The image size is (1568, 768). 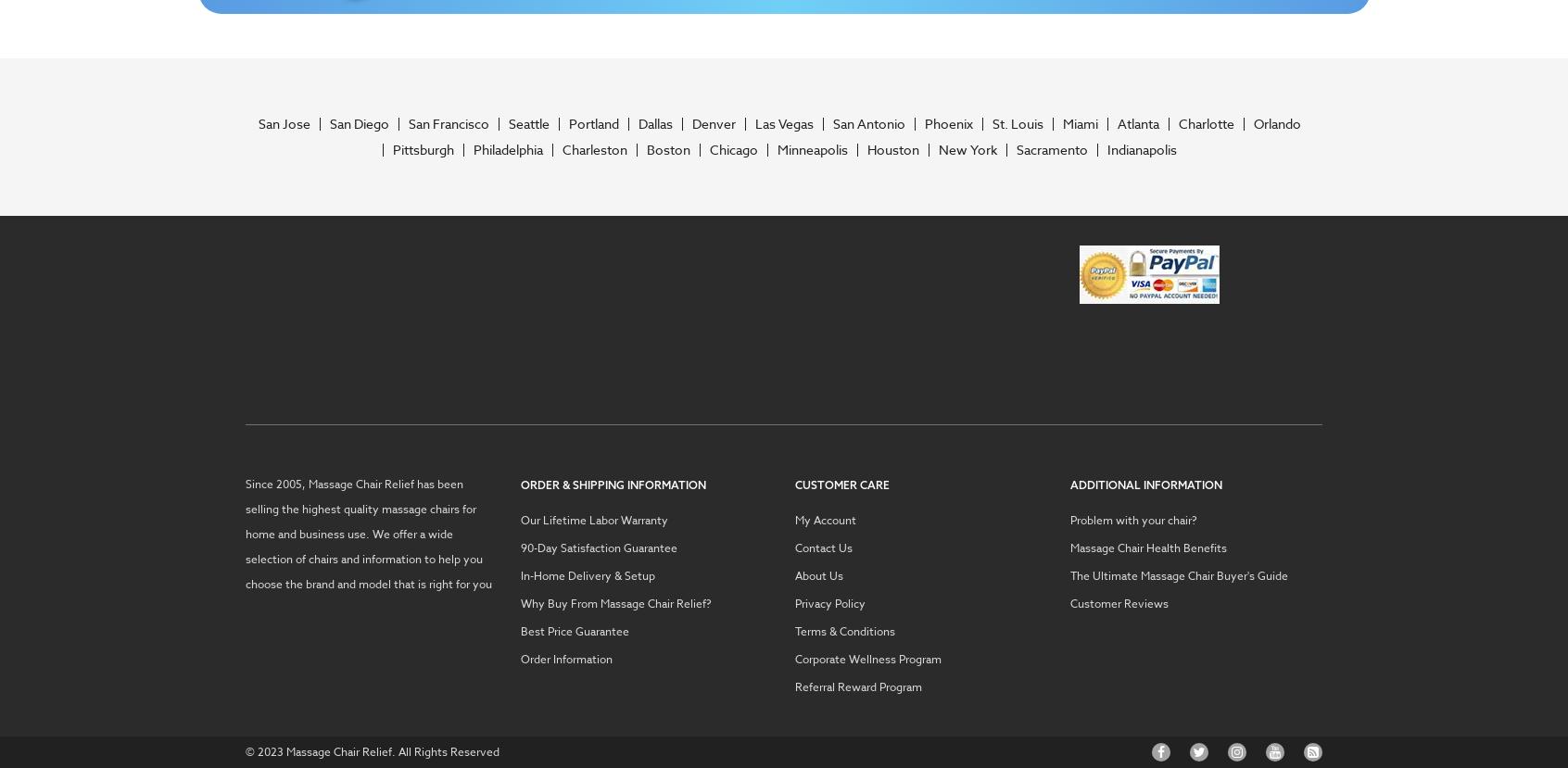 I want to click on 'Pittsburgh', so click(x=421, y=148).